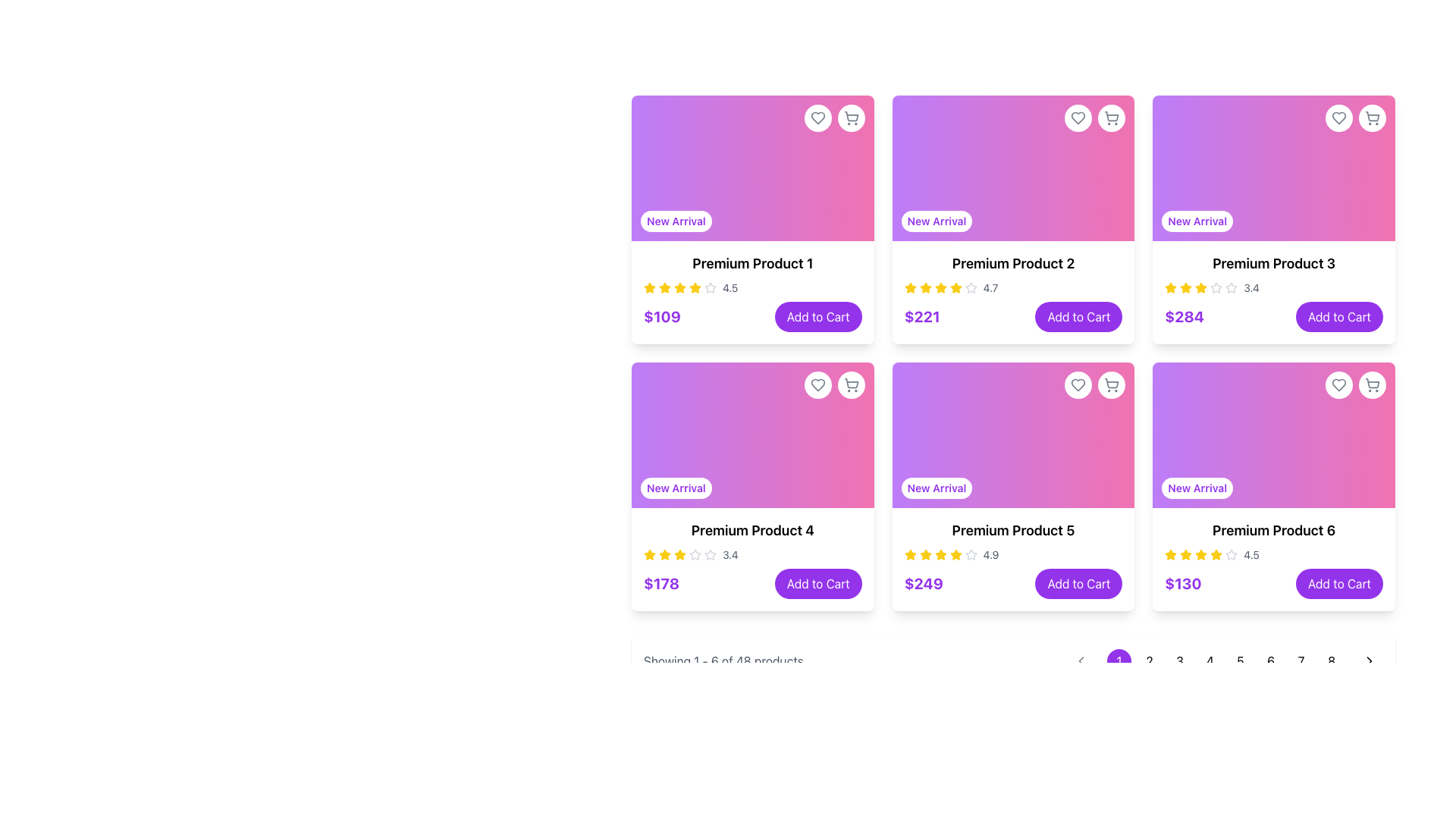 The width and height of the screenshot is (1456, 819). I want to click on the rating value displayed as '3.4' in the Rating Component, which consists of three yellow stars and two gray stars, located below the product title 'Premium Product 4', so click(752, 555).